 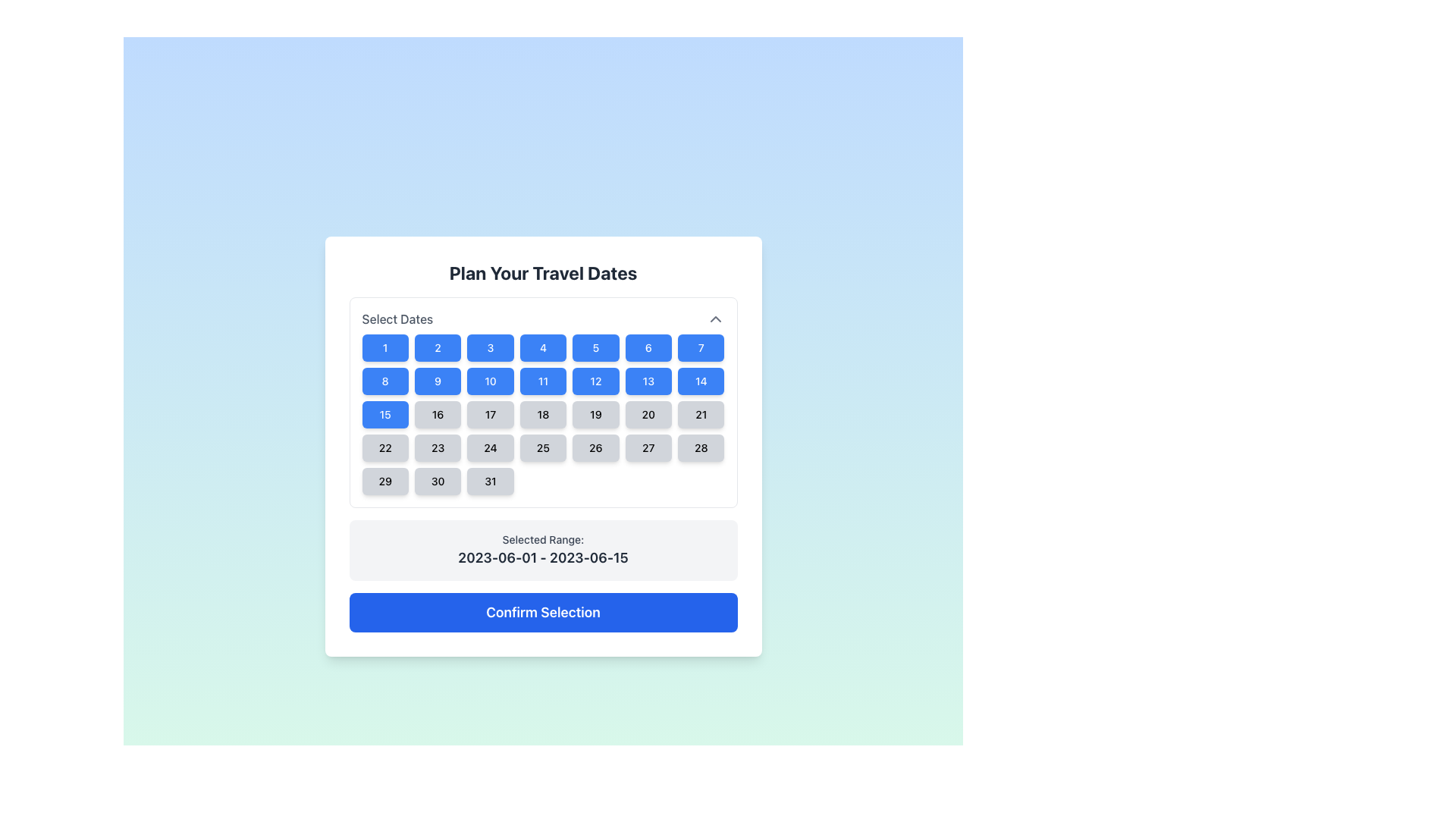 I want to click on the 23rd date selection button in the grid layout, so click(x=437, y=447).